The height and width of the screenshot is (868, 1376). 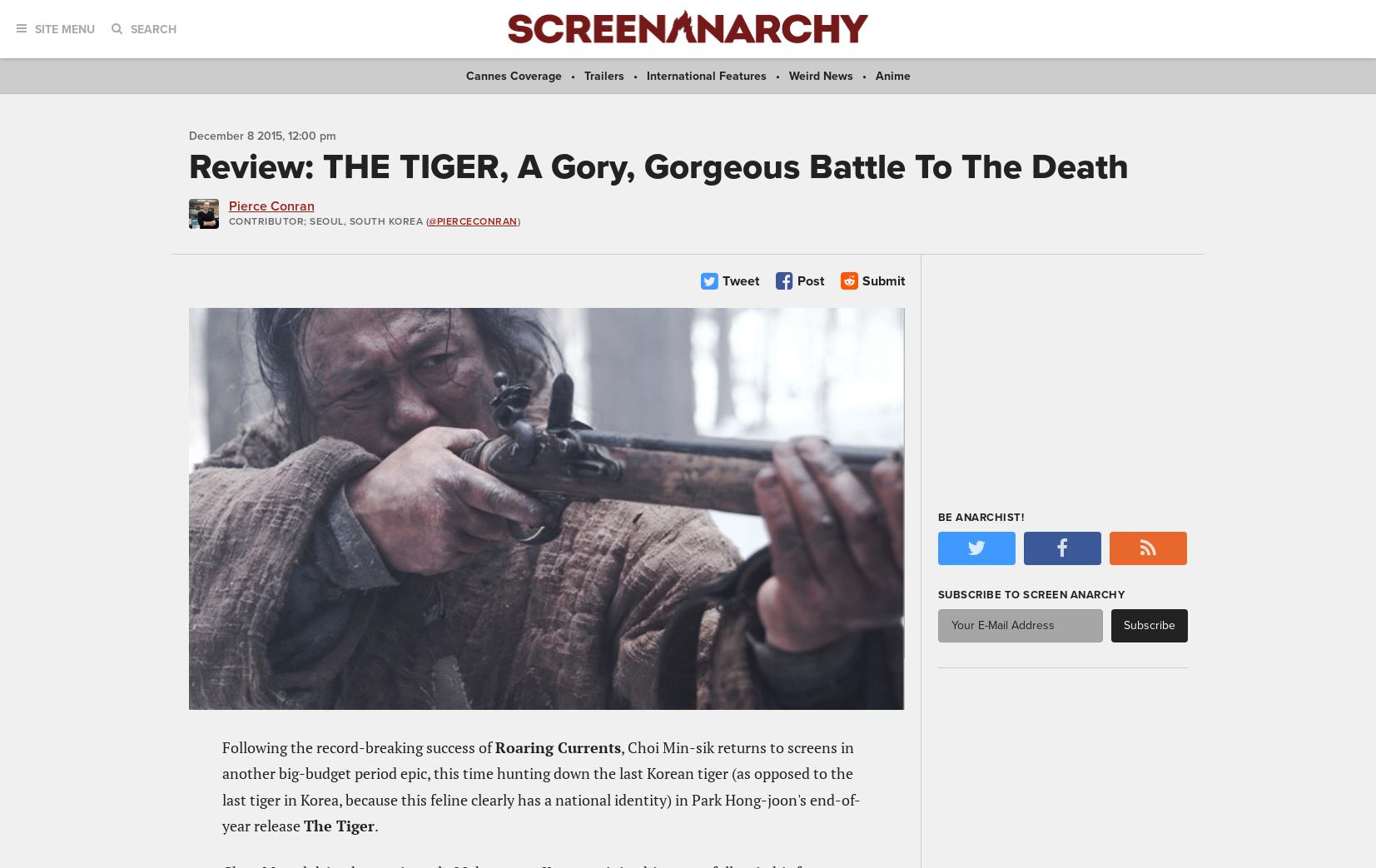 What do you see at coordinates (186, 134) in the screenshot?
I see `'December 8 2015, 12:00 pm'` at bounding box center [186, 134].